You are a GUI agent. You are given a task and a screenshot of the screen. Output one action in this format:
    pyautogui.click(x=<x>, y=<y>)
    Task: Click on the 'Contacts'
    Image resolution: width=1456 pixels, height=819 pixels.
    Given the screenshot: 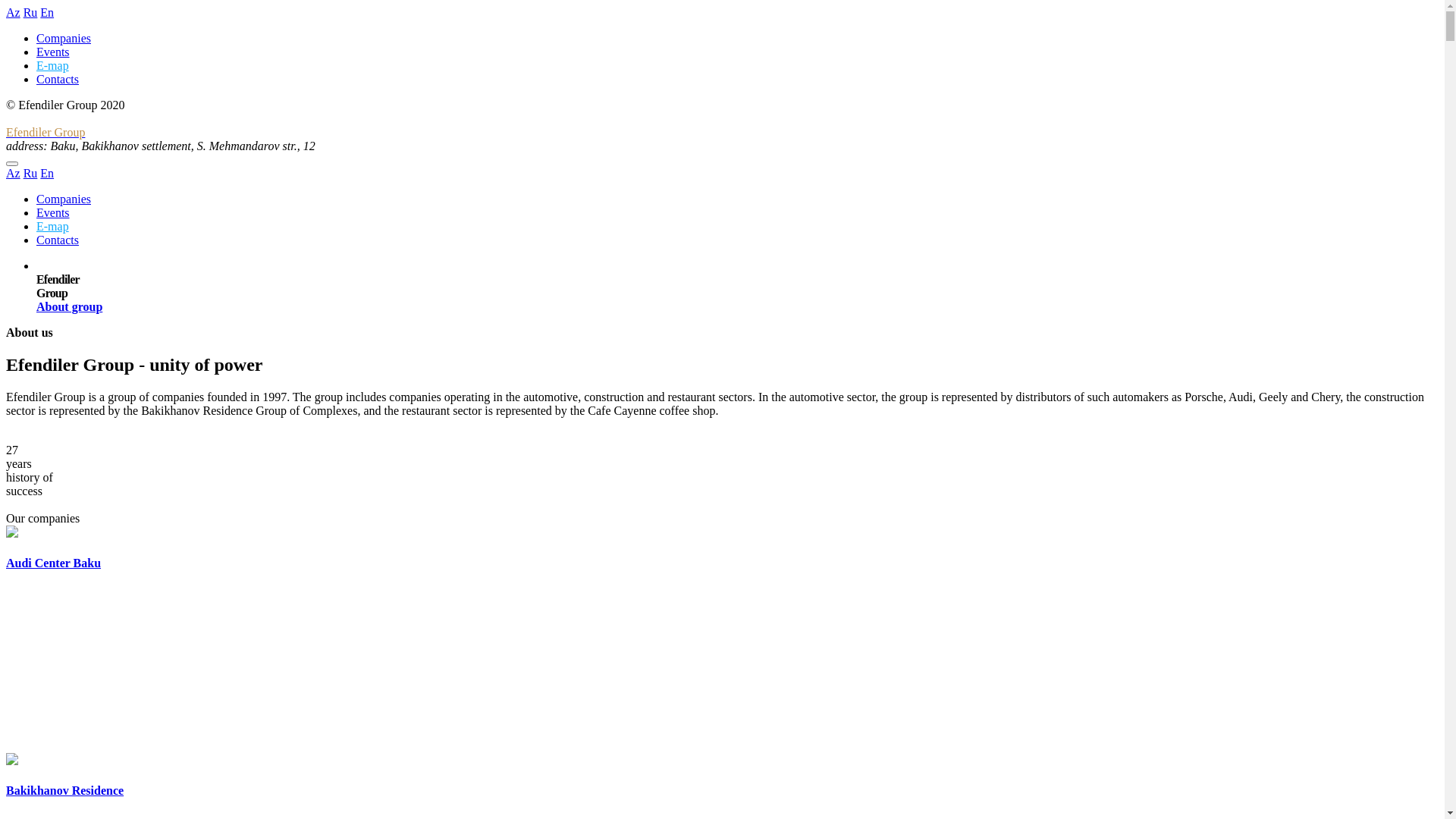 What is the action you would take?
    pyautogui.click(x=58, y=79)
    